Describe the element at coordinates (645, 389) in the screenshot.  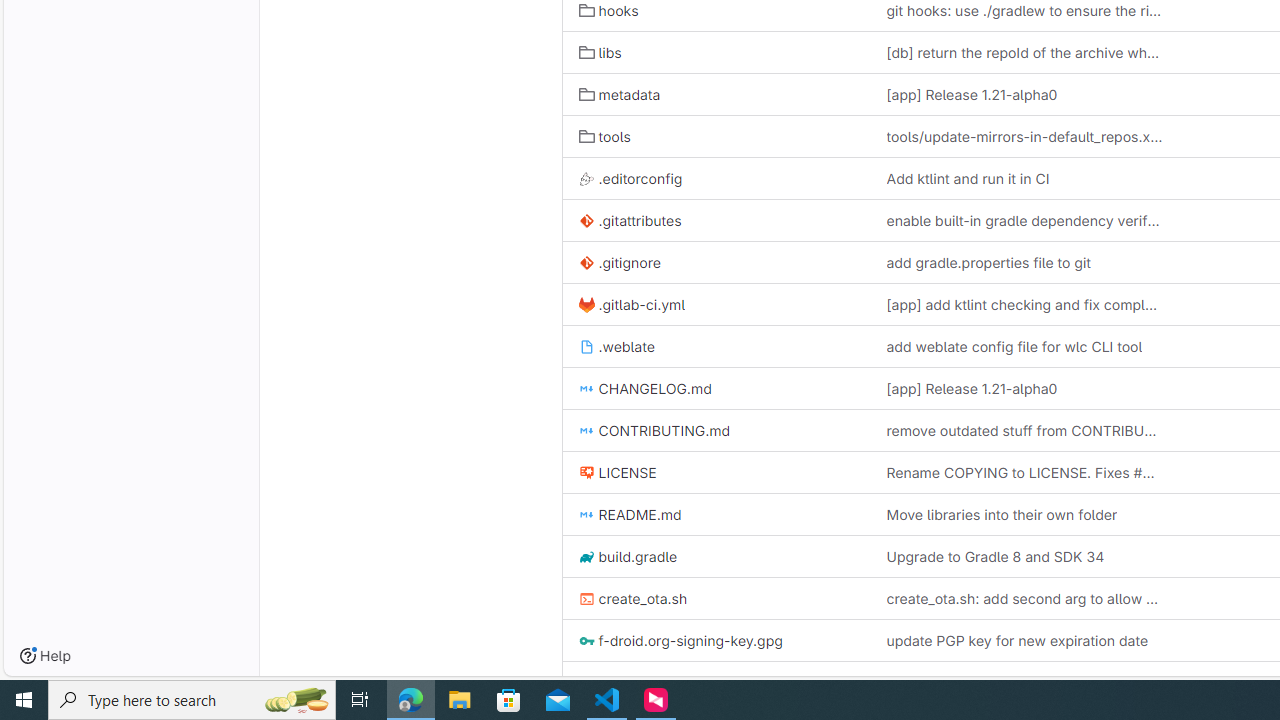
I see `'CHANGELOG.md'` at that location.